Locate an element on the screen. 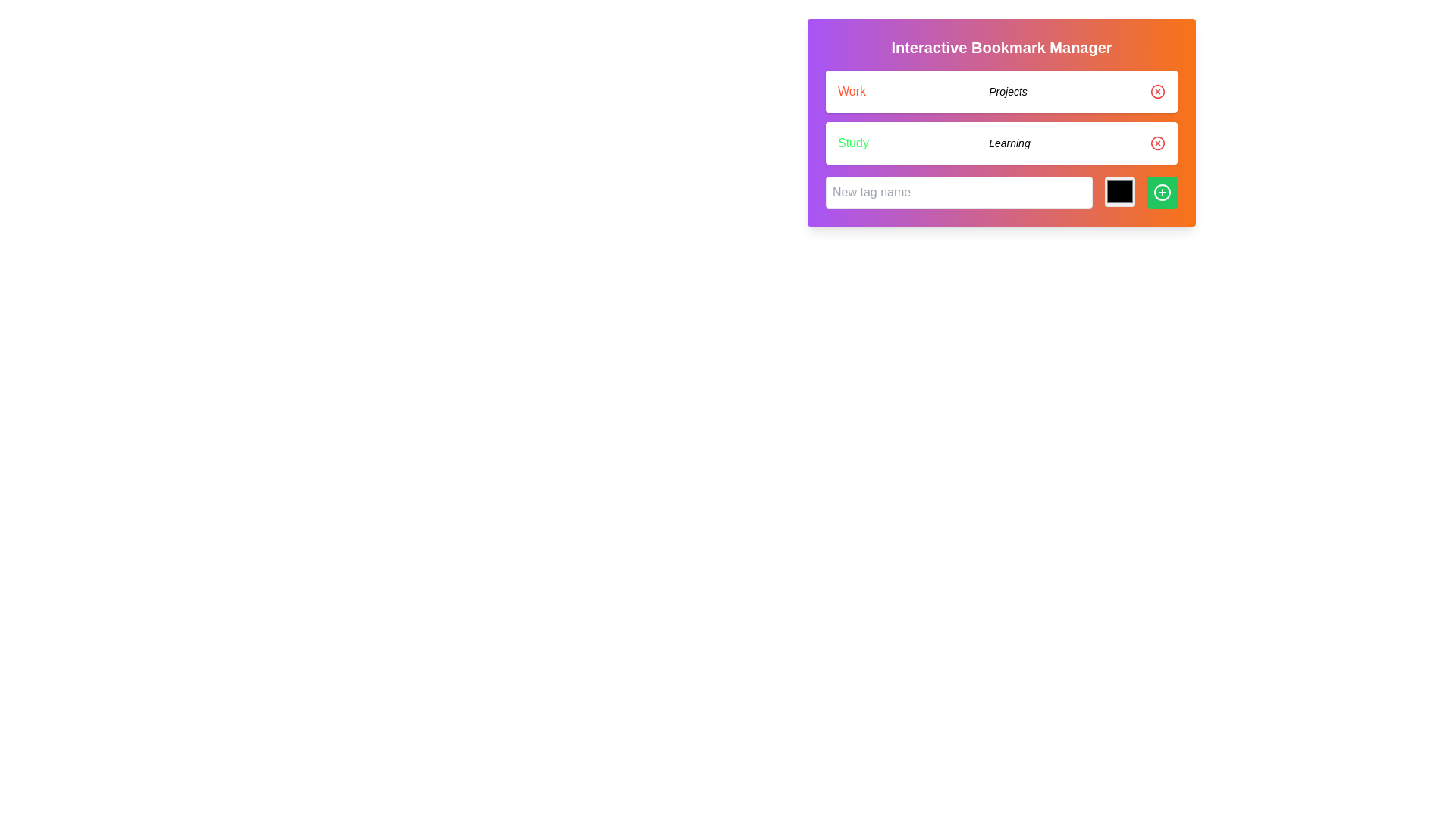 The width and height of the screenshot is (1456, 819). the circular graphic element (10-pixel radius) with no fill color and a stroke outline, located within the 'Study' tag row of the SVG as an 'x-circle' icon is located at coordinates (1156, 90).